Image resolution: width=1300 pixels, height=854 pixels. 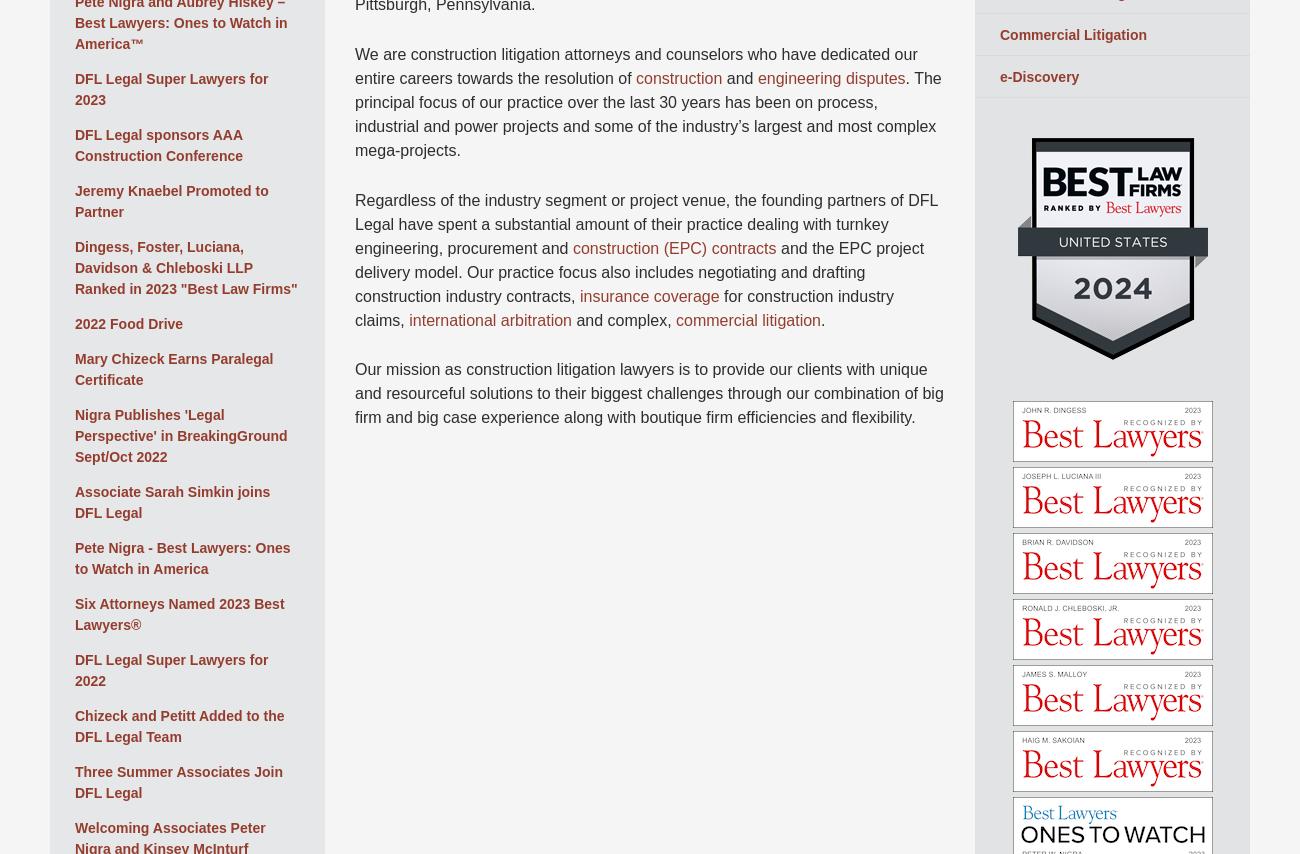 What do you see at coordinates (1073, 33) in the screenshot?
I see `'Commercial Litigation'` at bounding box center [1073, 33].